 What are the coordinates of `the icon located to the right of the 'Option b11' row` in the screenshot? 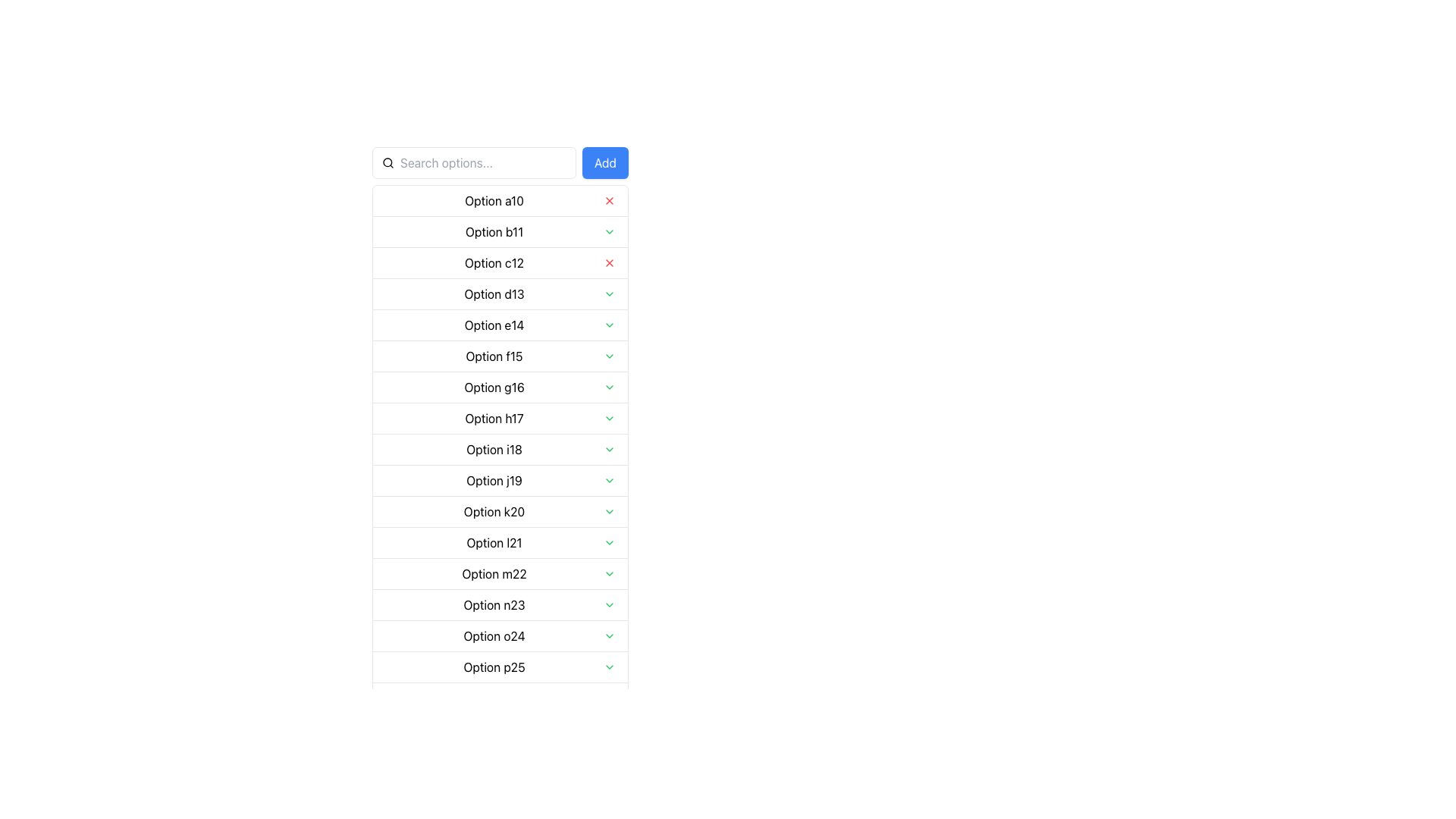 It's located at (610, 231).